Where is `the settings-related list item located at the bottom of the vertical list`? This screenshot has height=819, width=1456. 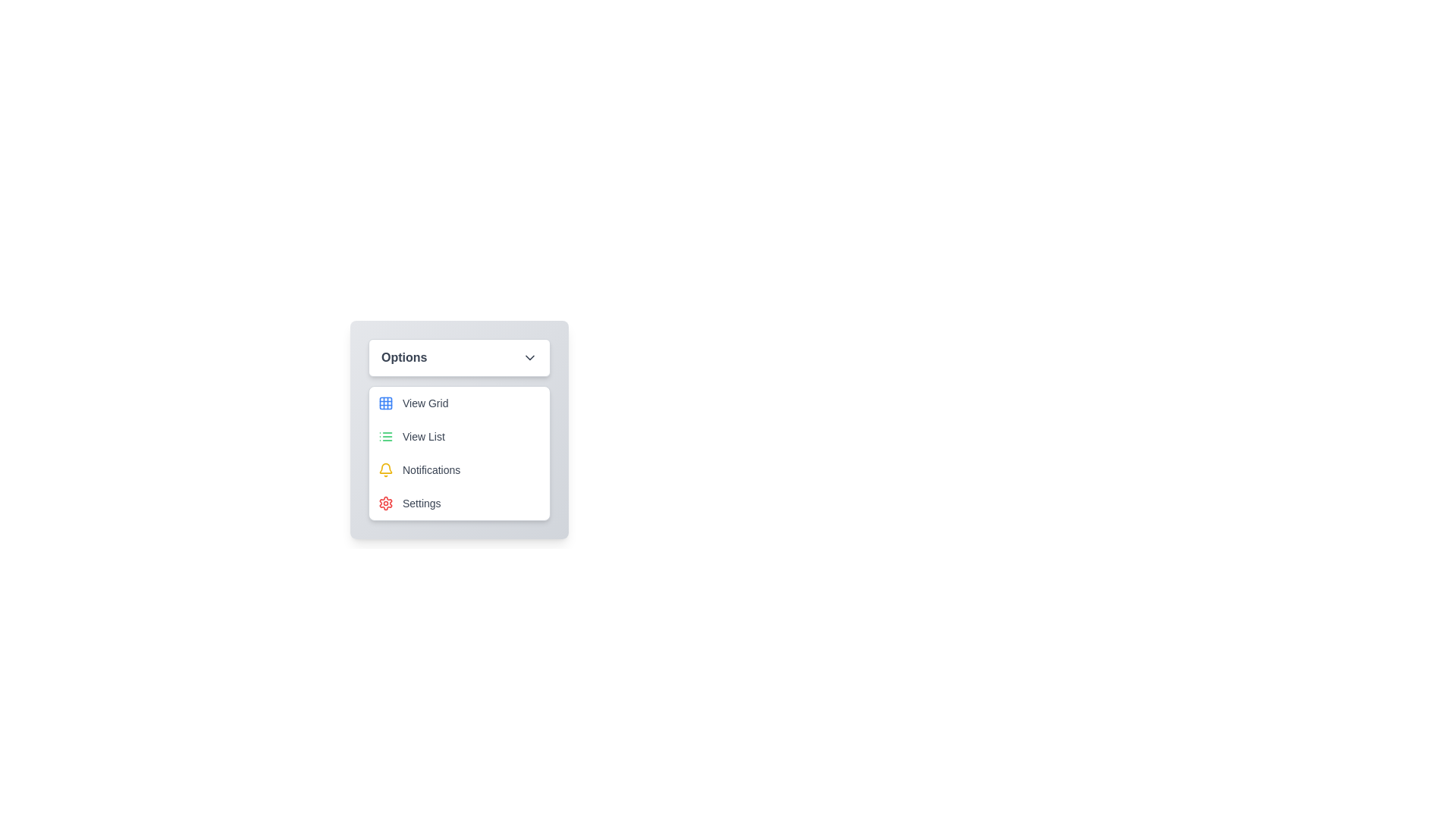
the settings-related list item located at the bottom of the vertical list is located at coordinates (458, 503).